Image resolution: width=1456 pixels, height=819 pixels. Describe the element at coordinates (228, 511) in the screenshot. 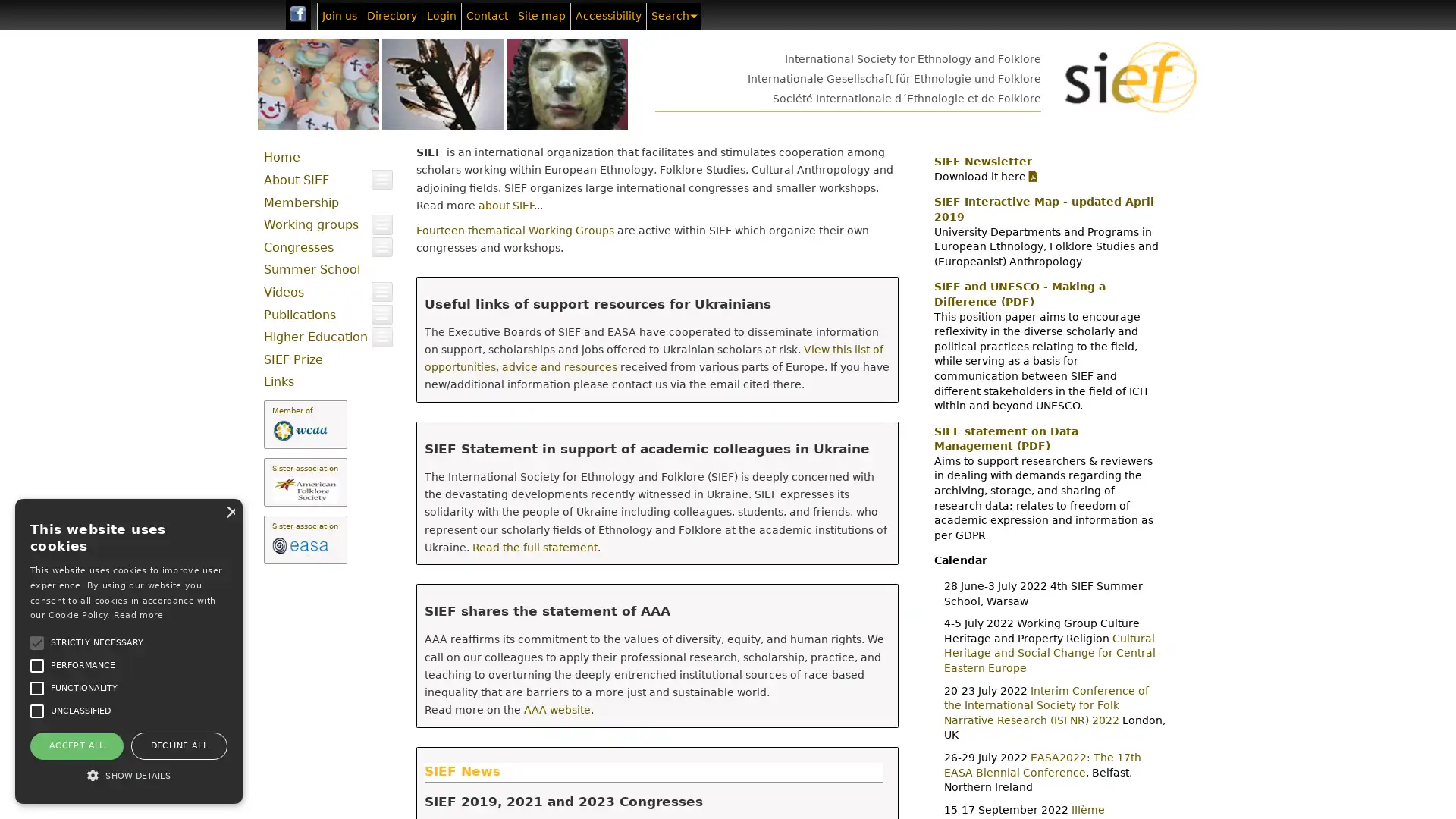

I see `Close` at that location.